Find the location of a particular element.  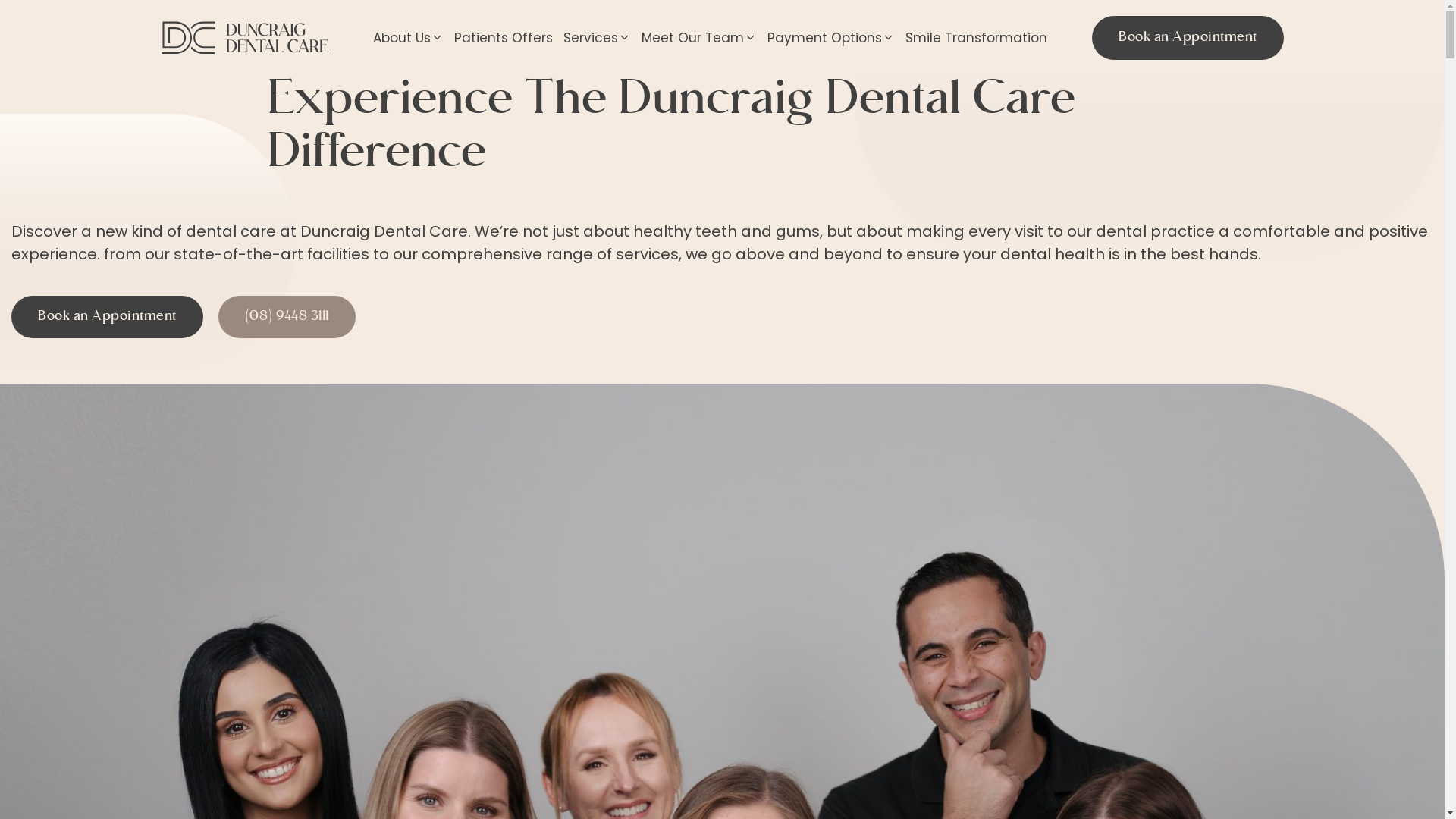

'Meet Our Team' is located at coordinates (698, 37).